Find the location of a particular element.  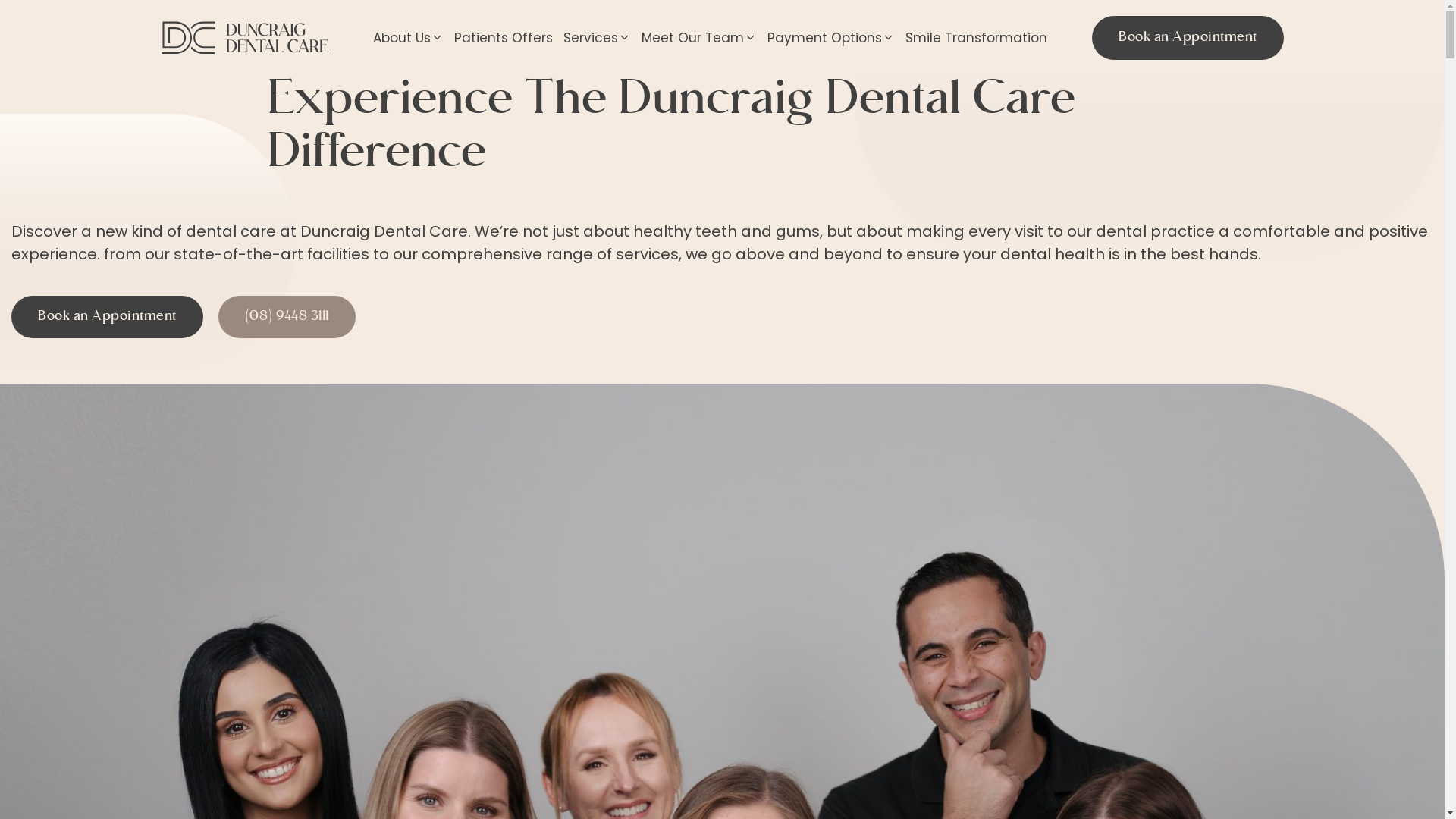

'Meet Our Team' is located at coordinates (698, 37).